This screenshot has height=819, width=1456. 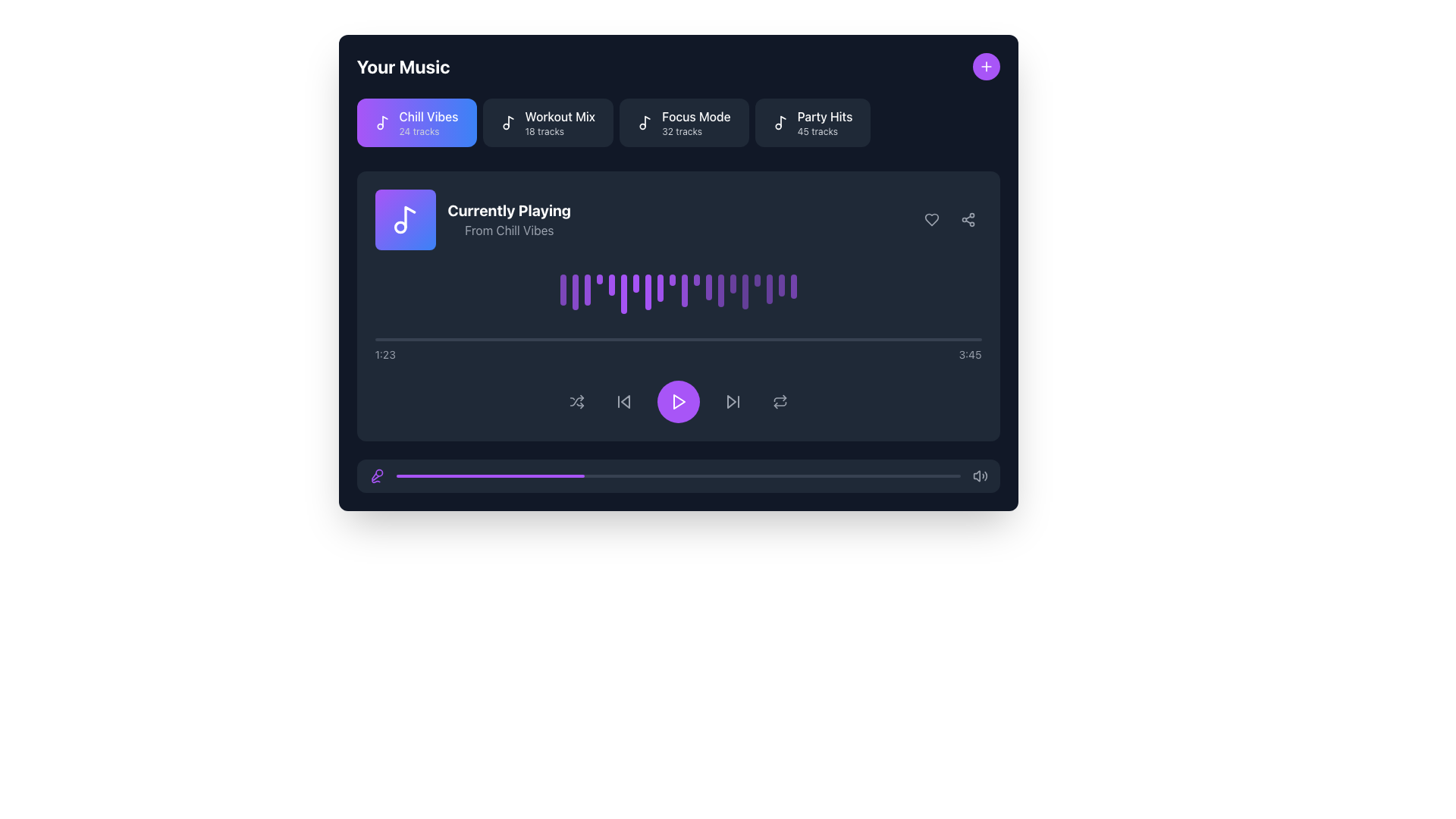 What do you see at coordinates (733, 401) in the screenshot?
I see `the skip-forward button, which is styled as a small square with a gray outline and contains a triangular skip-forward SVG icon, to skip to the next track` at bounding box center [733, 401].